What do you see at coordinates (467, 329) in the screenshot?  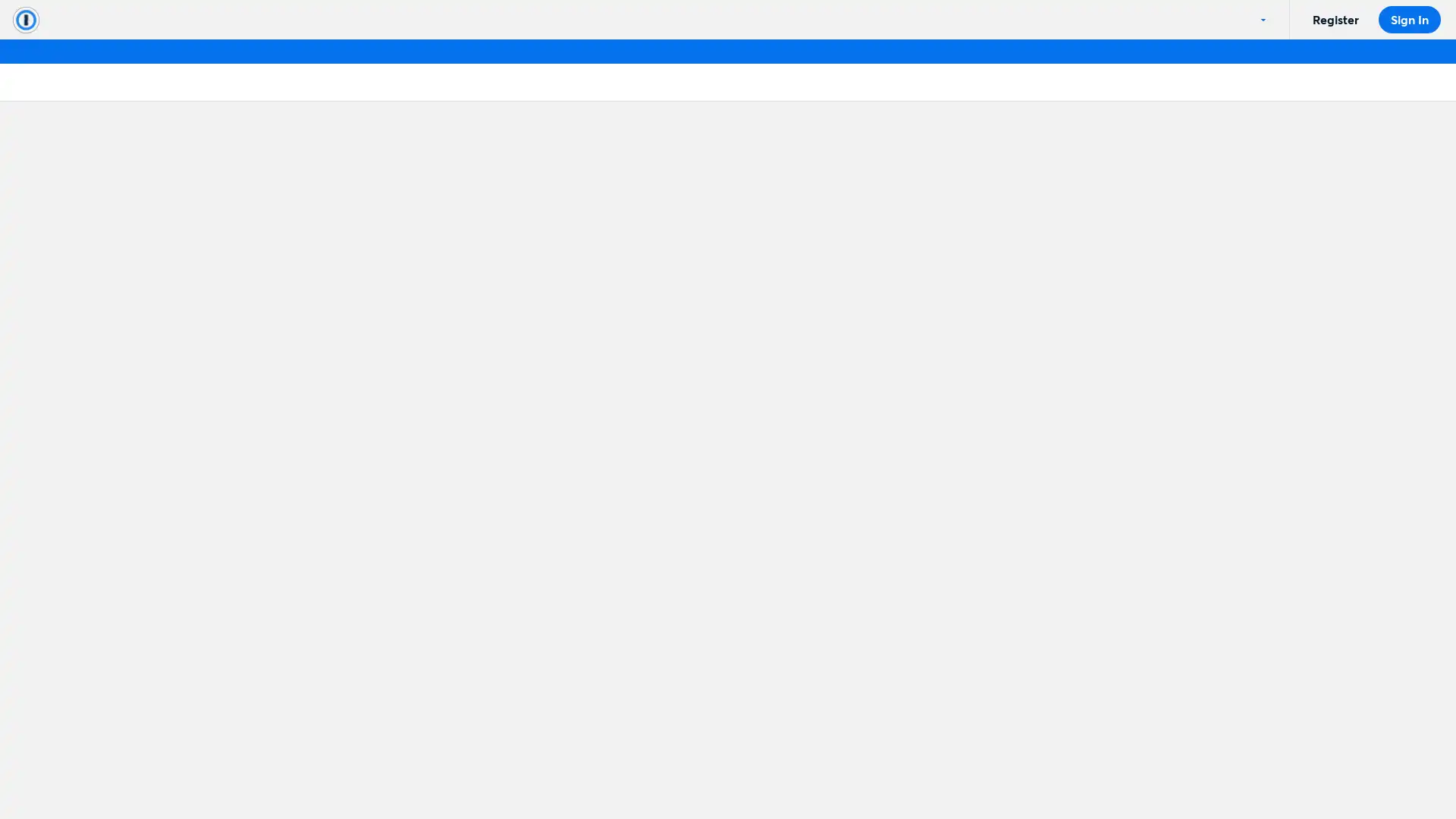 I see `Search` at bounding box center [467, 329].